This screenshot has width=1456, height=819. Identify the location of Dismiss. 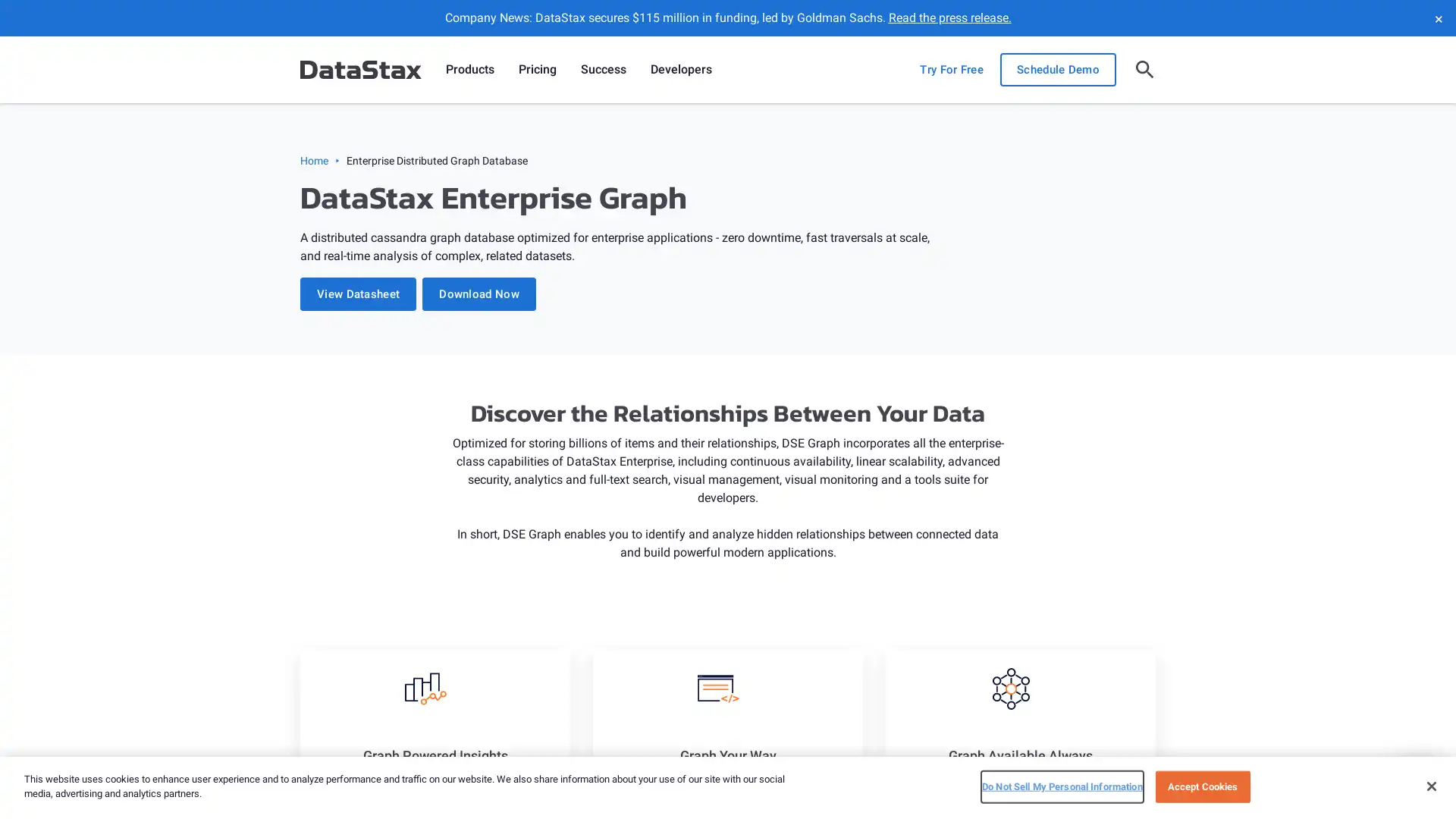
(1437, 17).